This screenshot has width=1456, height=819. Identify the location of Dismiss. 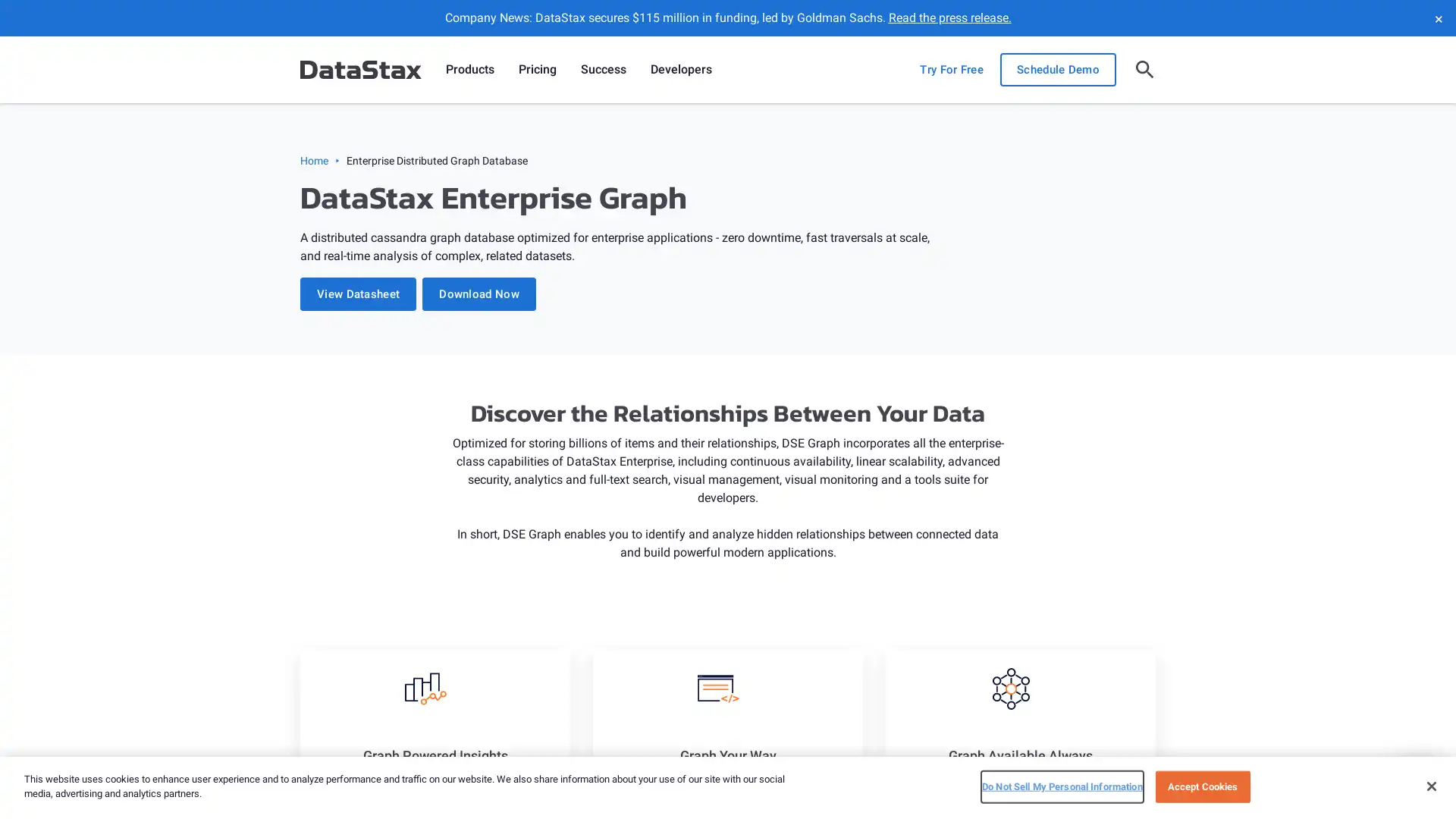
(1437, 17).